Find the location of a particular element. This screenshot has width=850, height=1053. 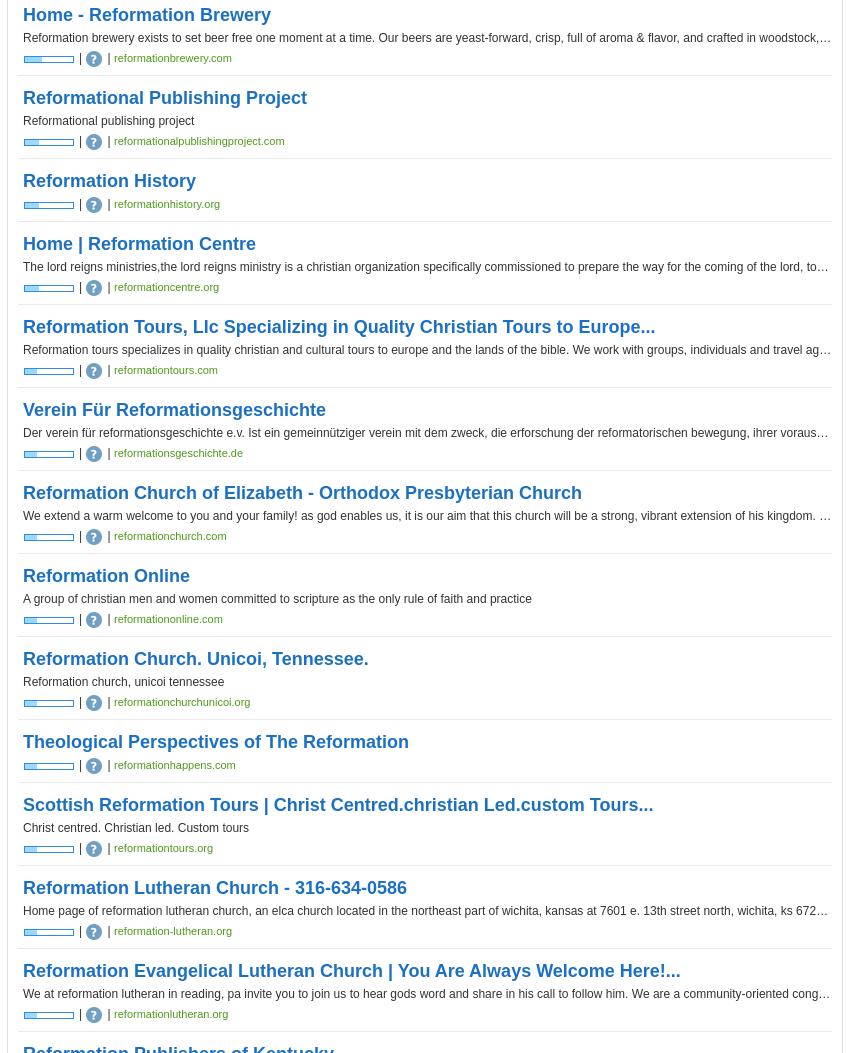

'reformation-lutheran.org' is located at coordinates (112, 929).